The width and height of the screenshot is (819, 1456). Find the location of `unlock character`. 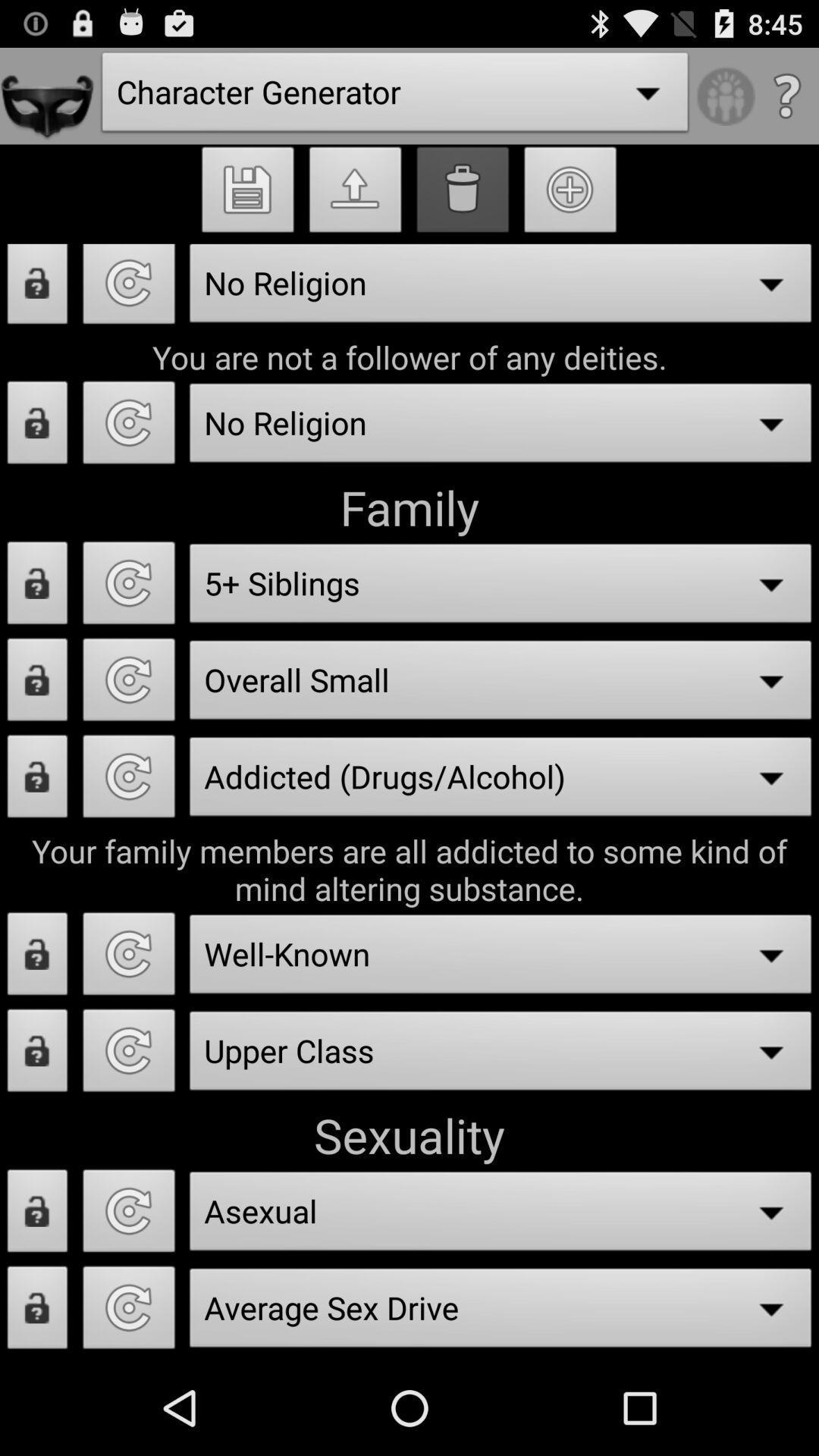

unlock character is located at coordinates (36, 426).